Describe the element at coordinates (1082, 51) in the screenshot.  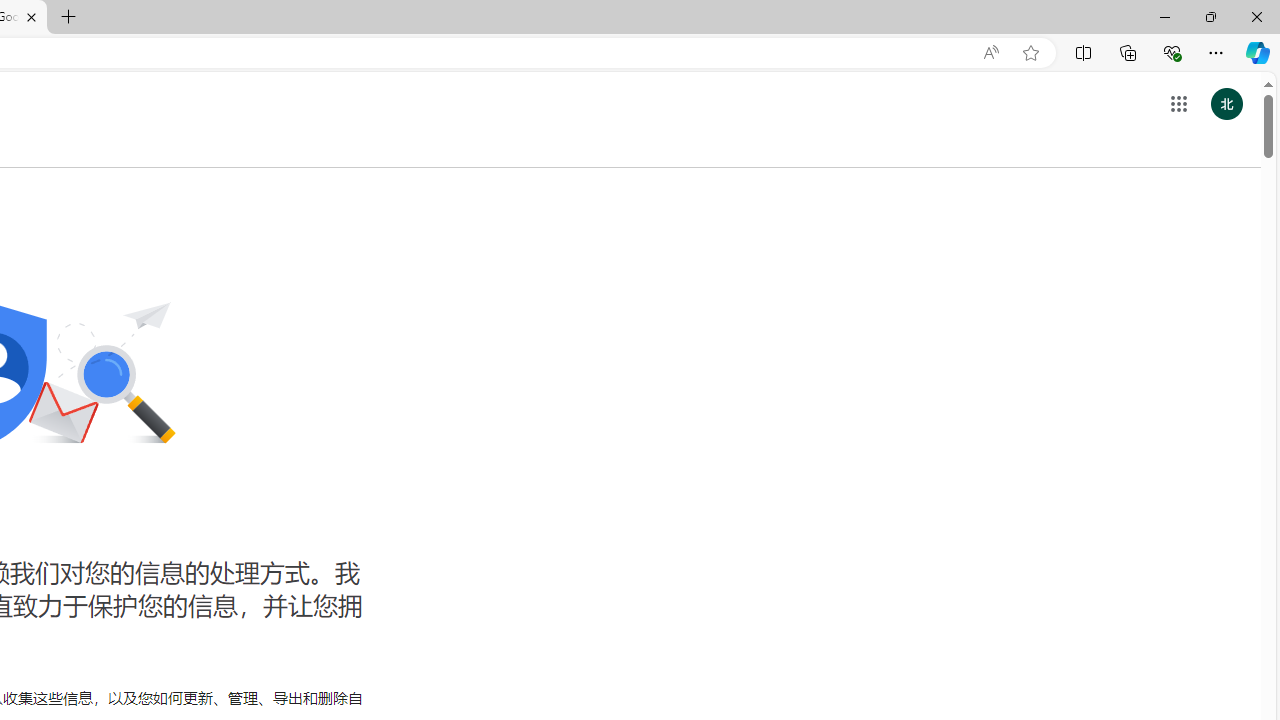
I see `'Split screen'` at that location.